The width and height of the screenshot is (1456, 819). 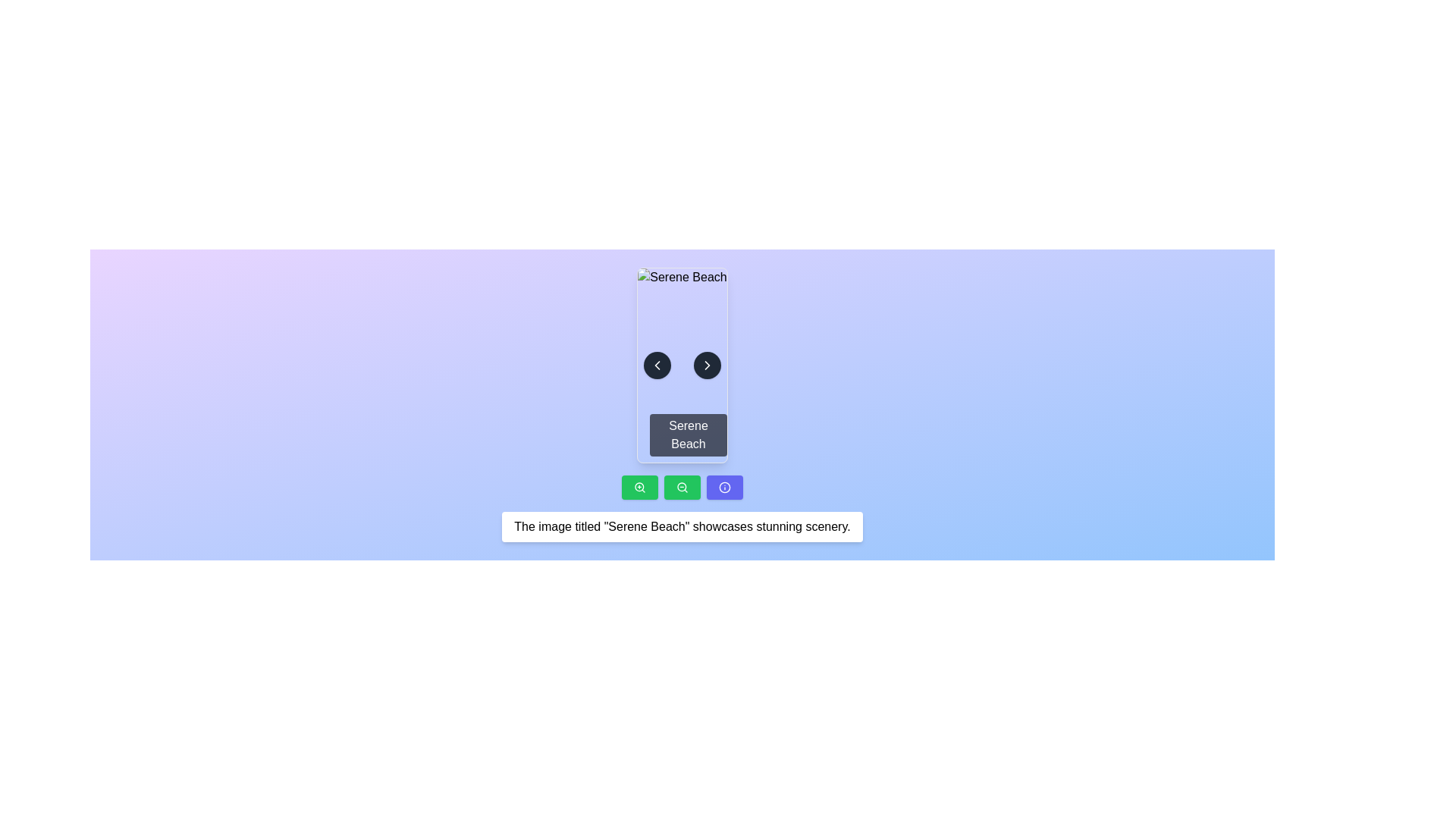 What do you see at coordinates (682, 526) in the screenshot?
I see `the text label displaying 'The image titled "Serene Beach" showcases stunning scenery.' which is centered horizontally in the bottom area of the layout` at bounding box center [682, 526].